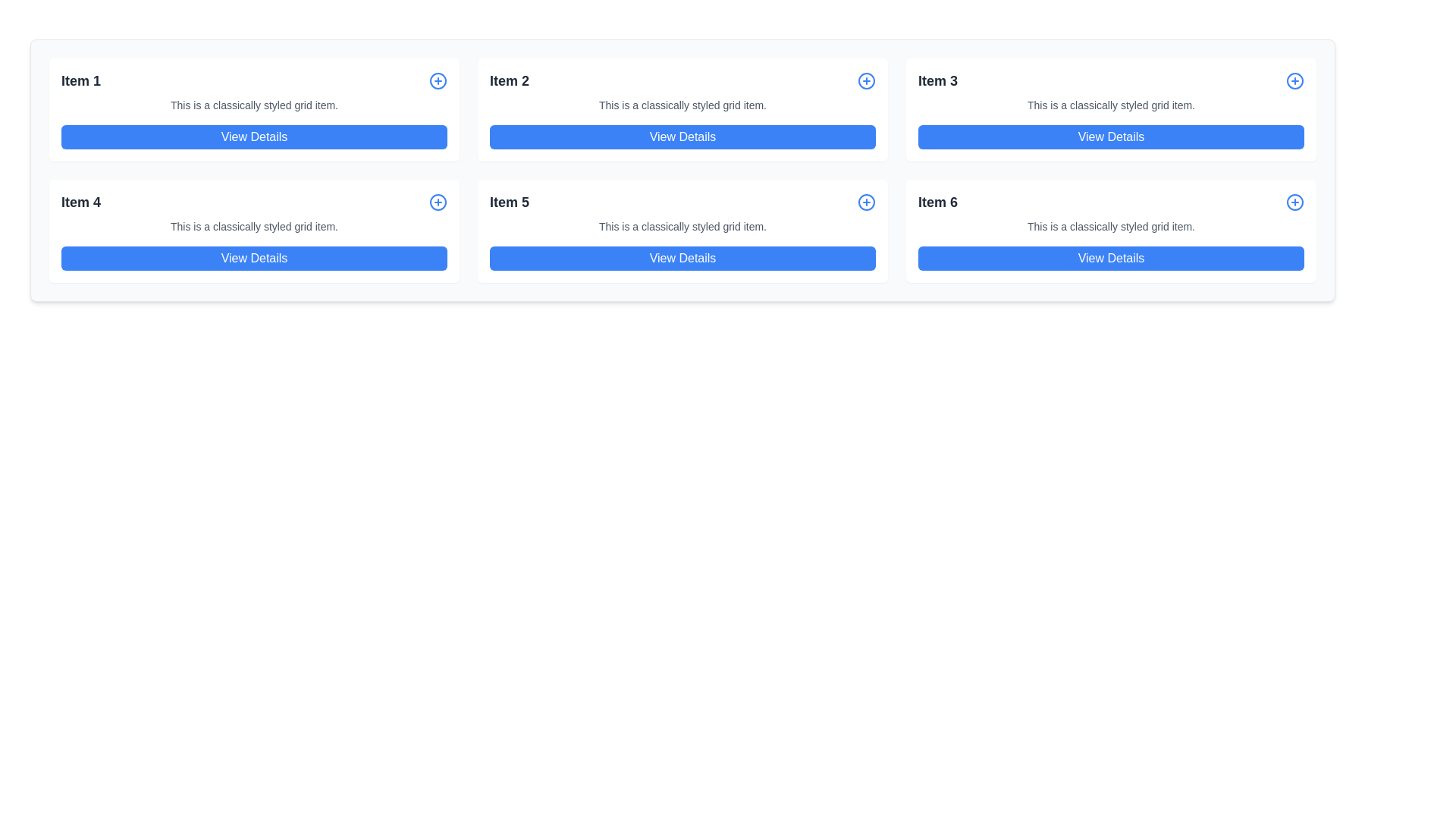 Image resolution: width=1456 pixels, height=819 pixels. I want to click on the plus icon button located to the right of the text 'Item 5', so click(866, 201).